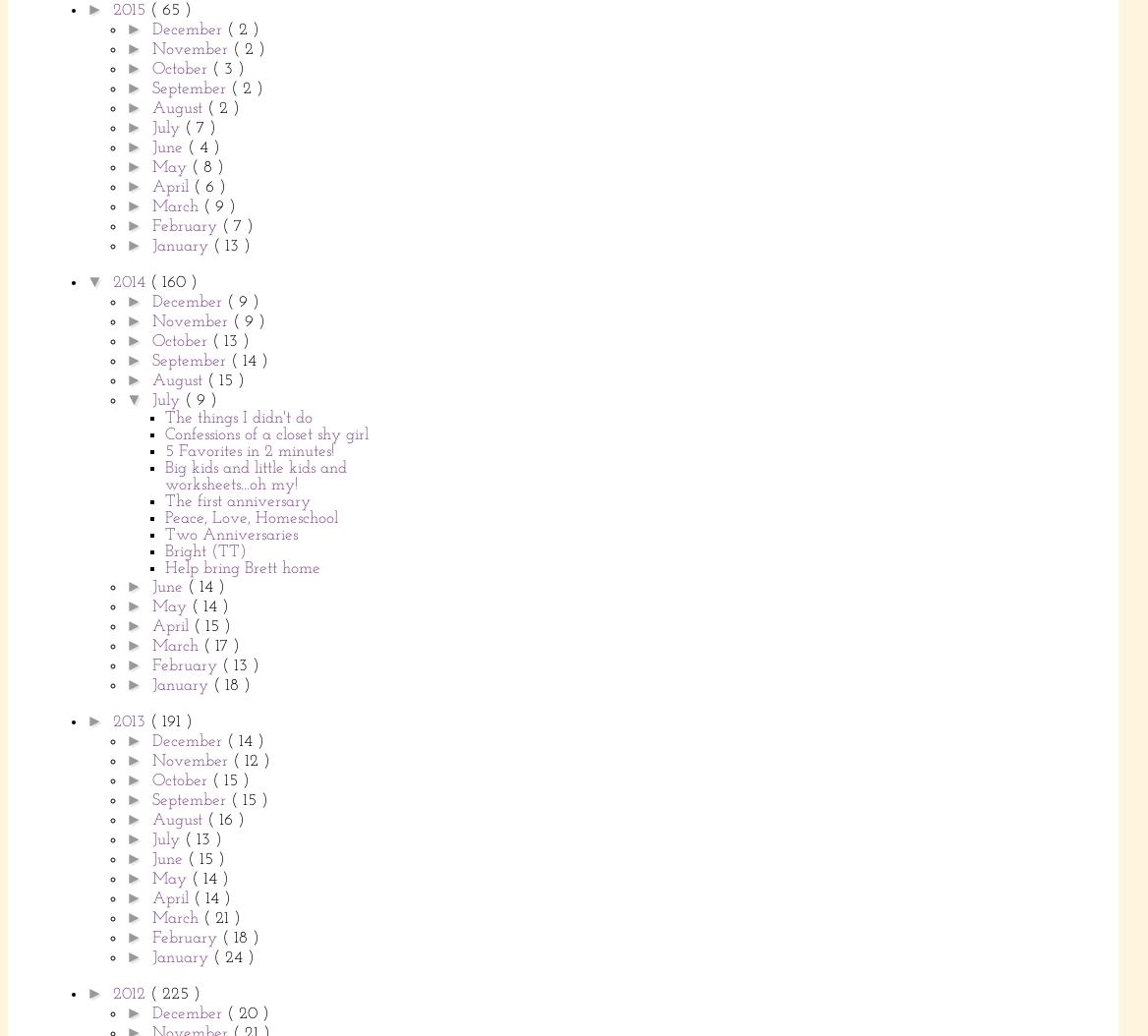 This screenshot has width=1148, height=1036. What do you see at coordinates (249, 760) in the screenshot?
I see `'(
                12
                )'` at bounding box center [249, 760].